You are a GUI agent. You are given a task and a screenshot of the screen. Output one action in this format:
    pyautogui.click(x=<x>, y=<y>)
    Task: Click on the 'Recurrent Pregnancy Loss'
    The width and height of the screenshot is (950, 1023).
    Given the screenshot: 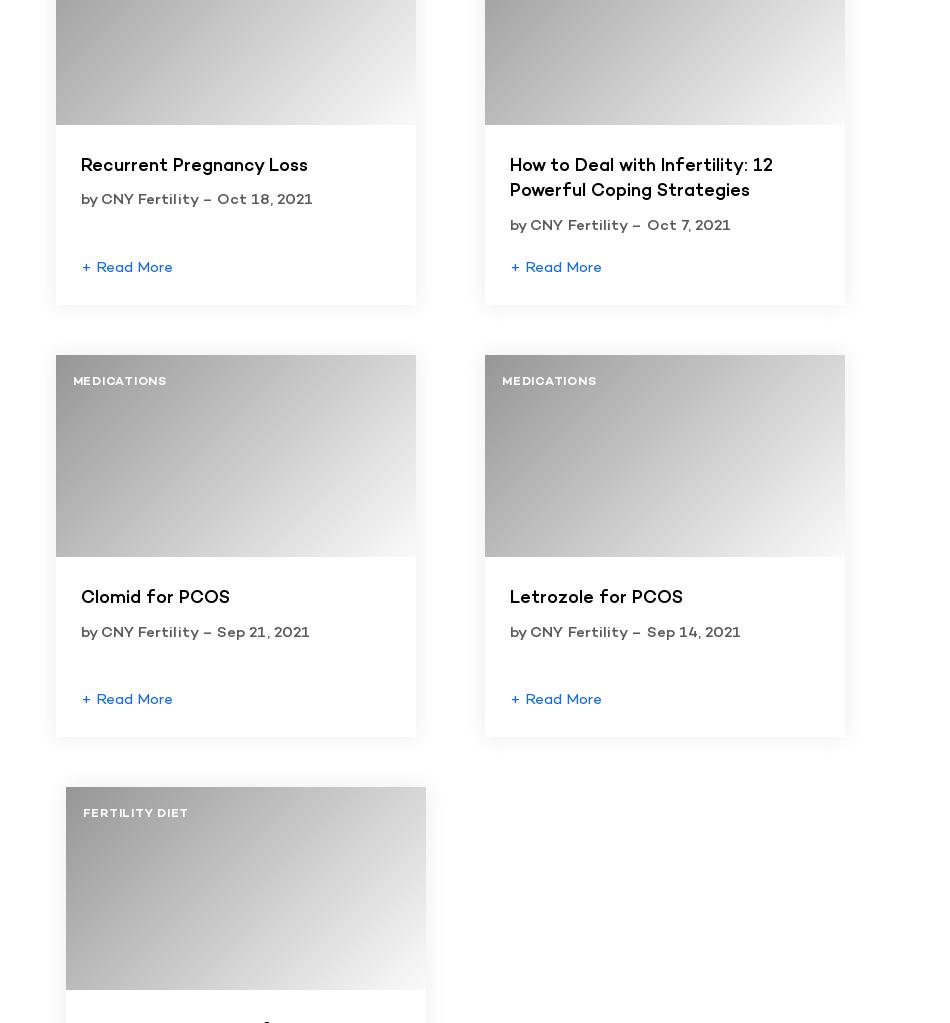 What is the action you would take?
    pyautogui.click(x=193, y=166)
    